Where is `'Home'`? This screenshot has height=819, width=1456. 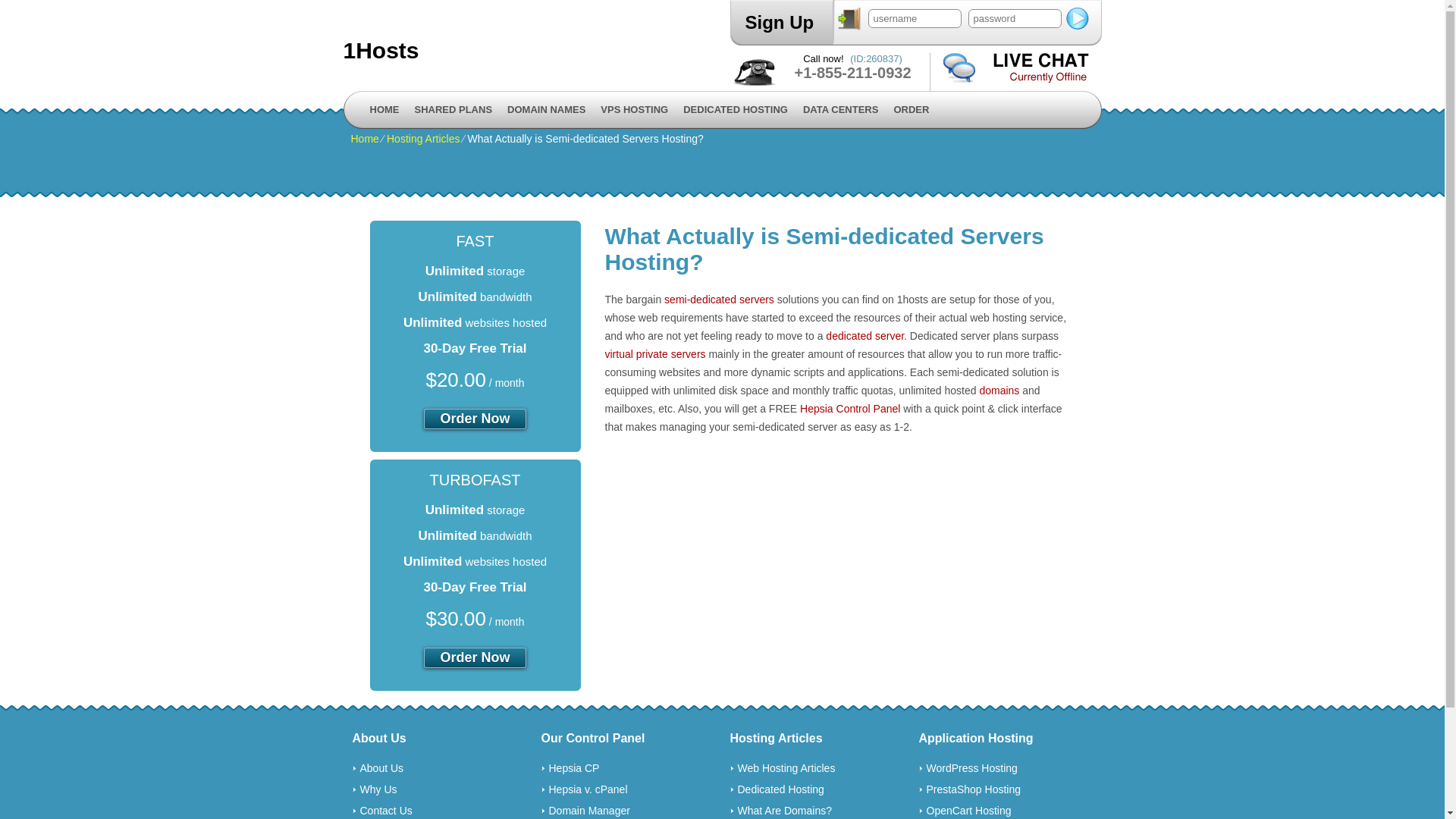
'Home' is located at coordinates (364, 138).